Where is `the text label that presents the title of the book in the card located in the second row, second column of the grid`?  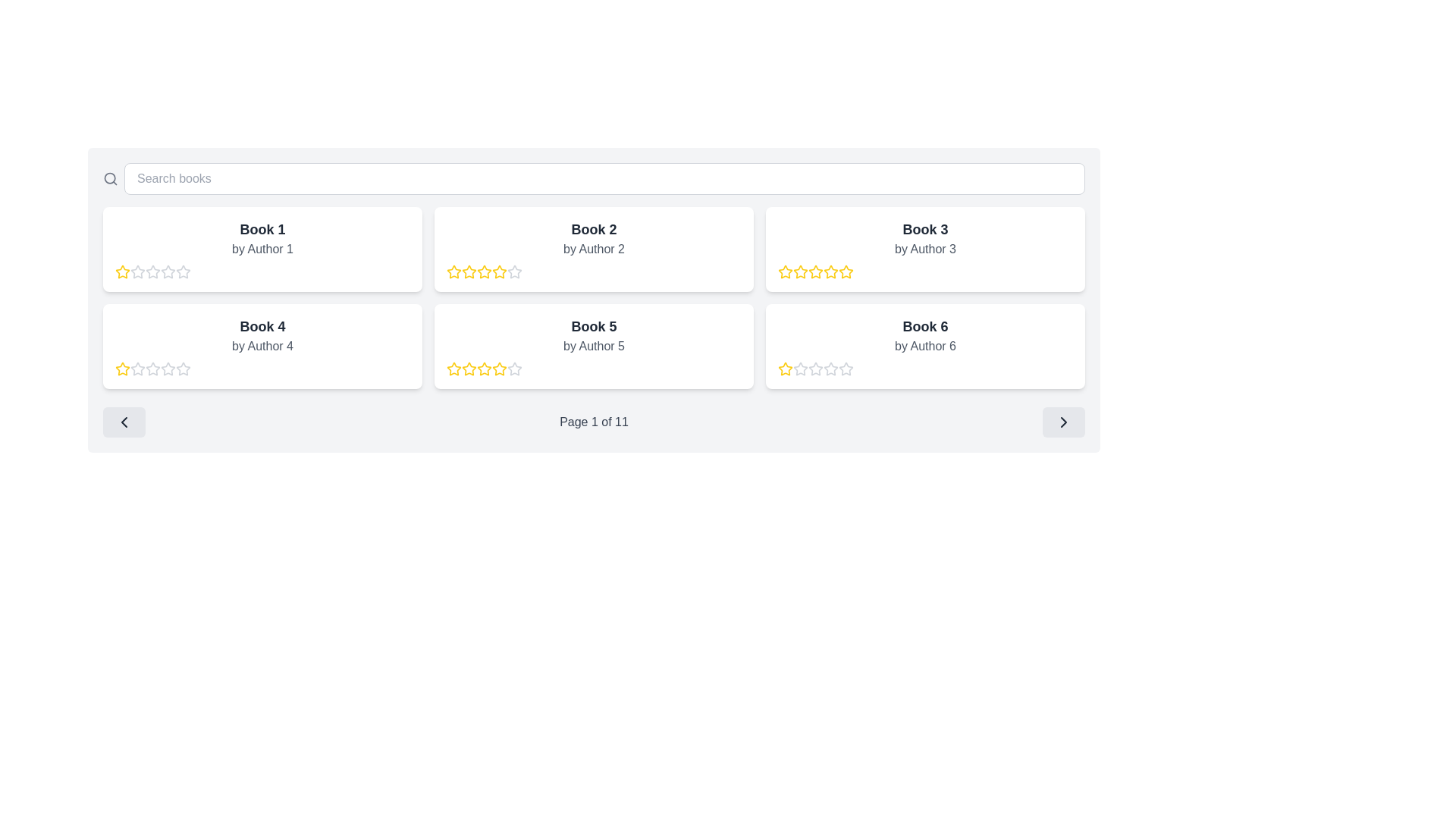
the text label that presents the title of the book in the card located in the second row, second column of the grid is located at coordinates (924, 230).